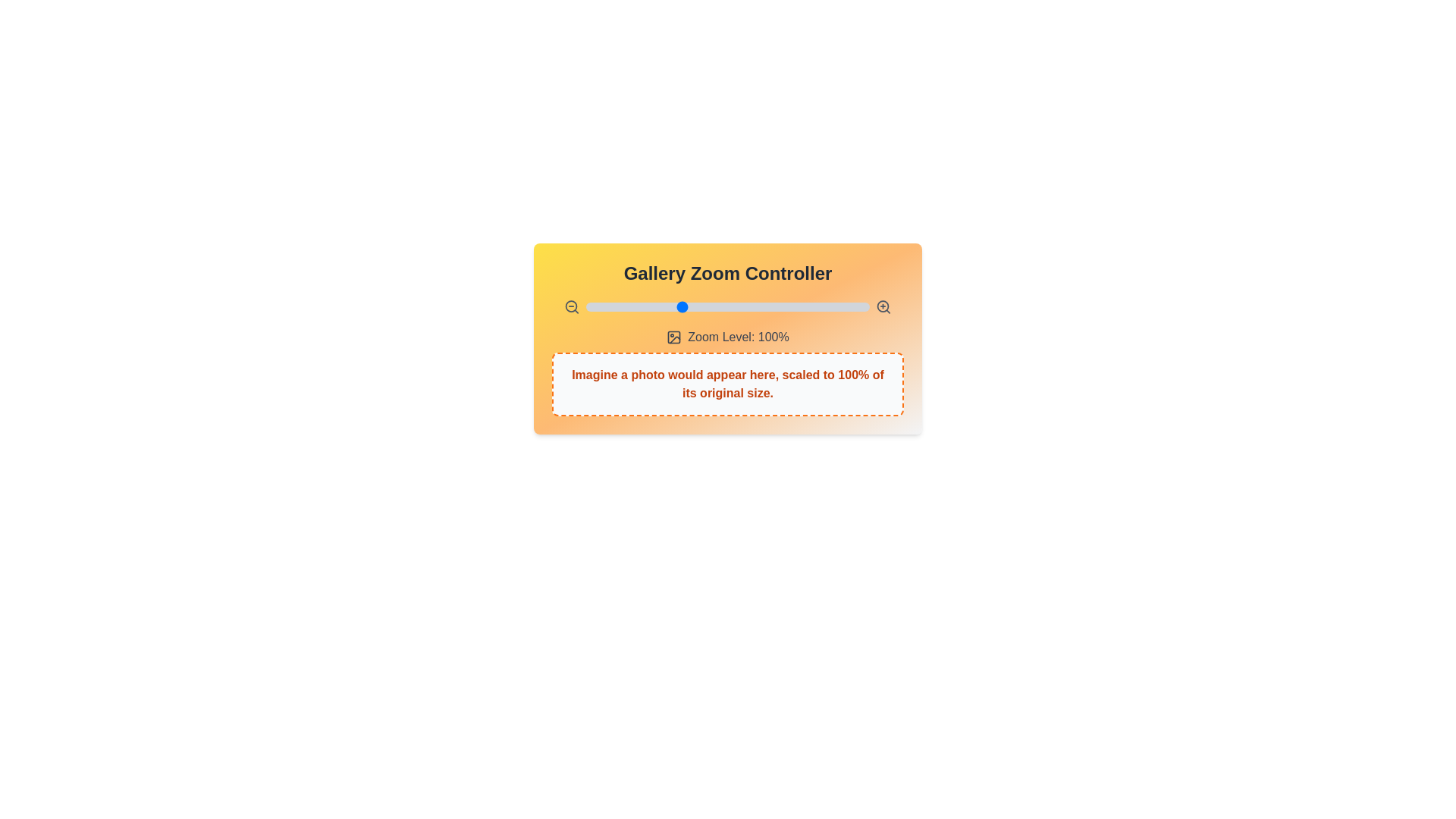  I want to click on the zoom level to 82% by interacting with the slider, so click(646, 307).